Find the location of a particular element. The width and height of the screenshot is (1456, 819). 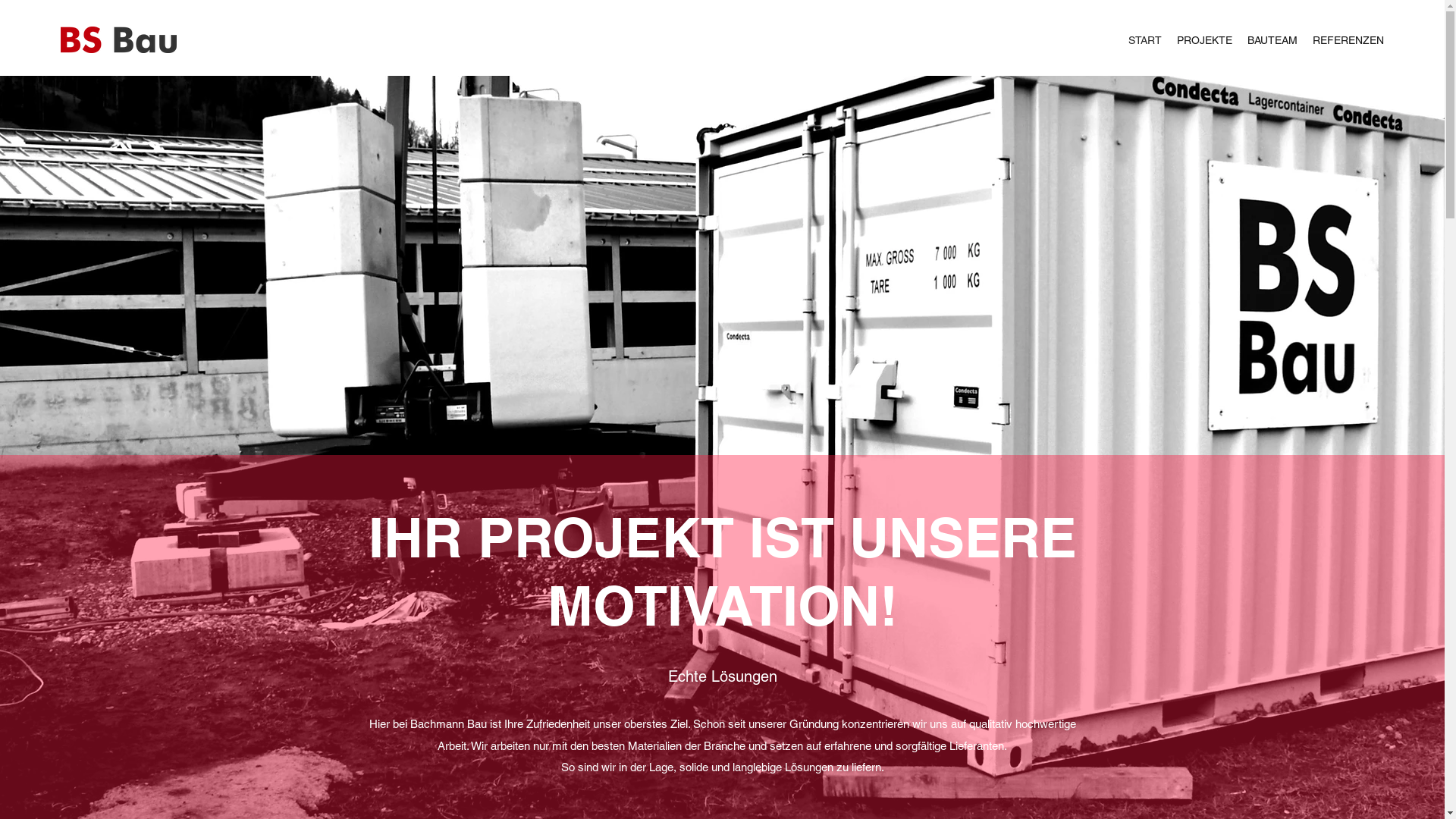

'PROJEKTE' is located at coordinates (1203, 39).